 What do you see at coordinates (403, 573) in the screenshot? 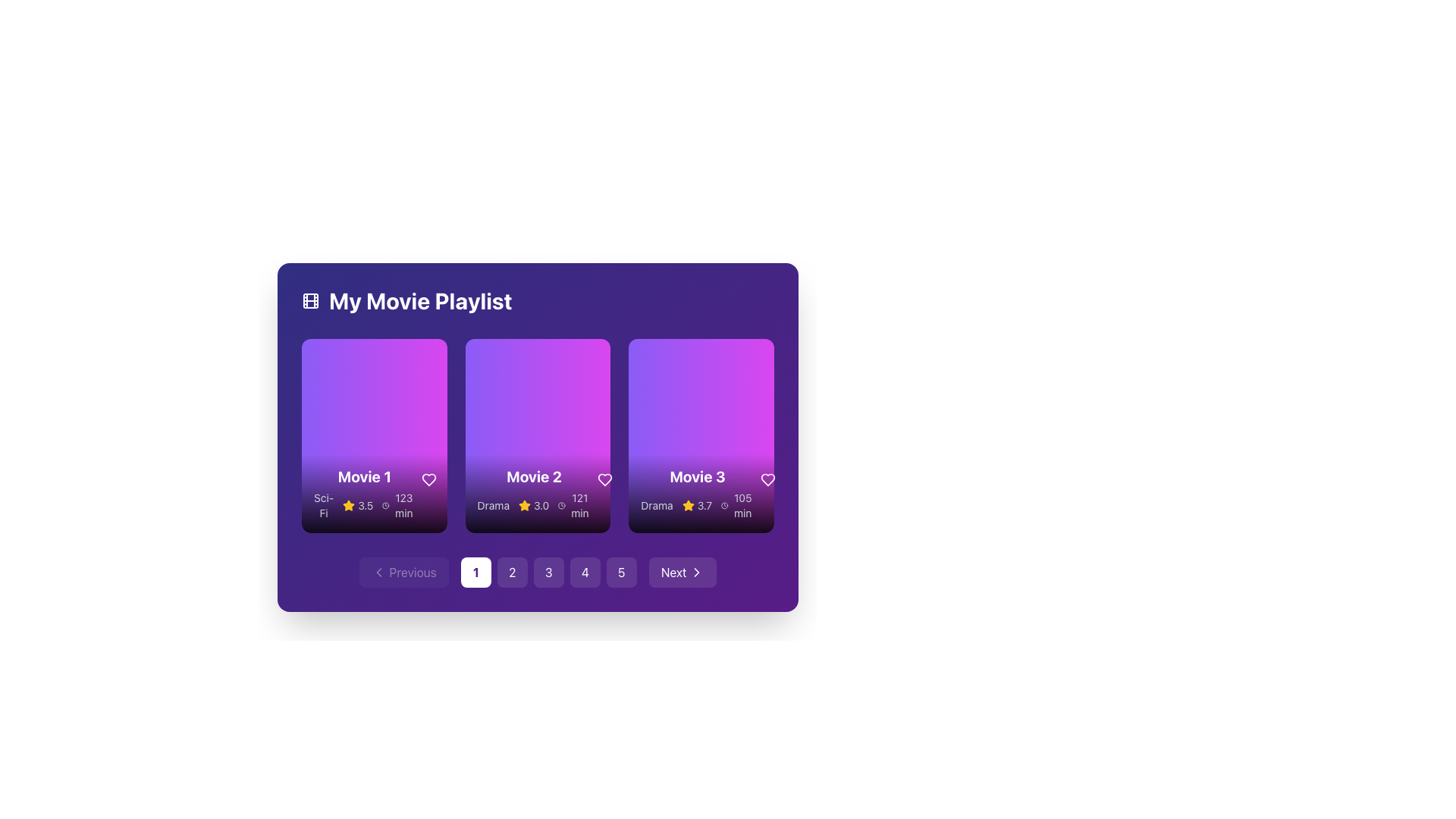
I see `the pagination control button located at the bottom-left corner` at bounding box center [403, 573].